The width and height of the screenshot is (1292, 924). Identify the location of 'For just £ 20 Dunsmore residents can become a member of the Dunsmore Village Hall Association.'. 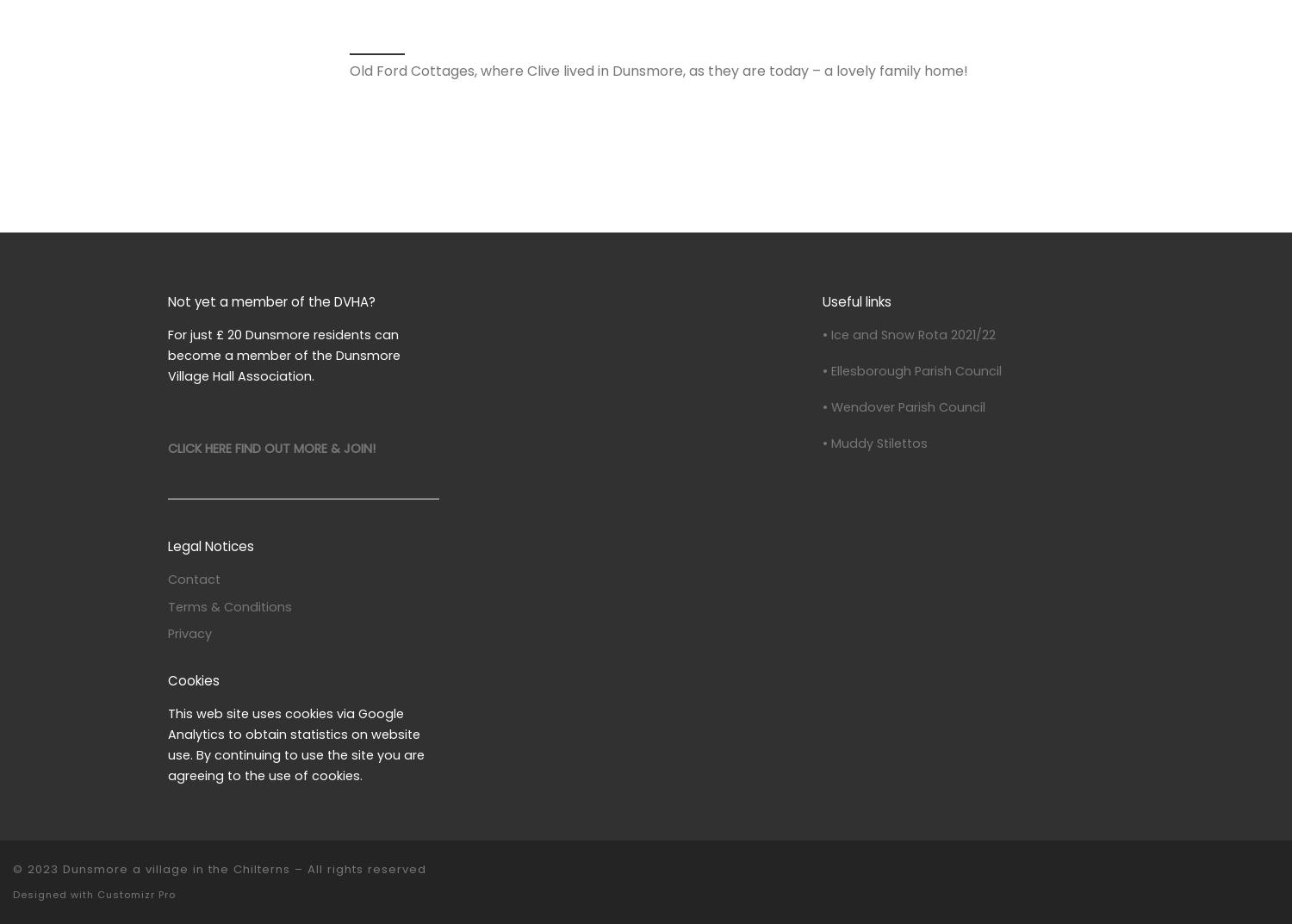
(283, 354).